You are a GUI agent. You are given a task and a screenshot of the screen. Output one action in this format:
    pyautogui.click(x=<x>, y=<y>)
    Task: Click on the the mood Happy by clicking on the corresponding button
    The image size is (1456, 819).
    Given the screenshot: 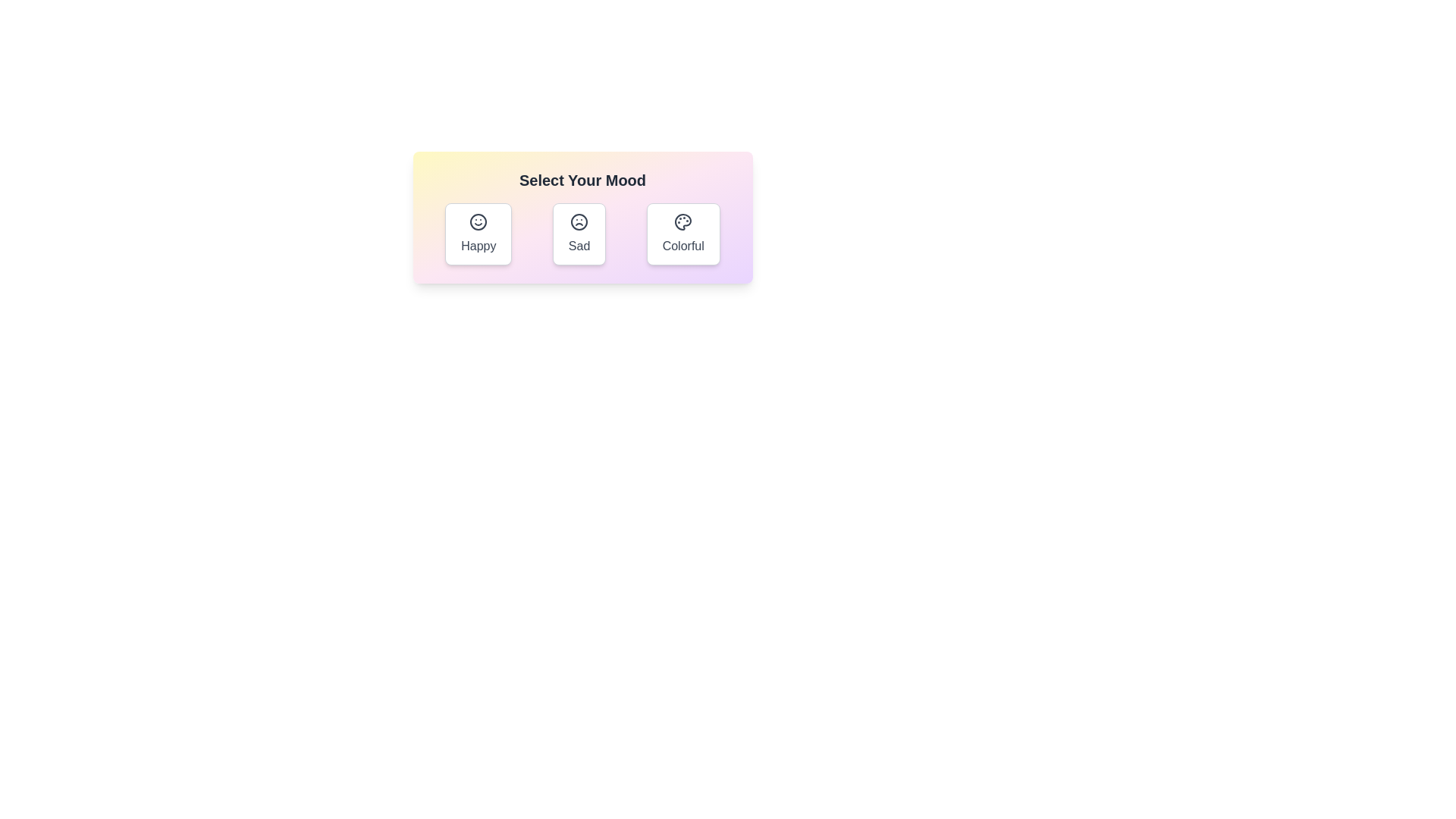 What is the action you would take?
    pyautogui.click(x=478, y=234)
    